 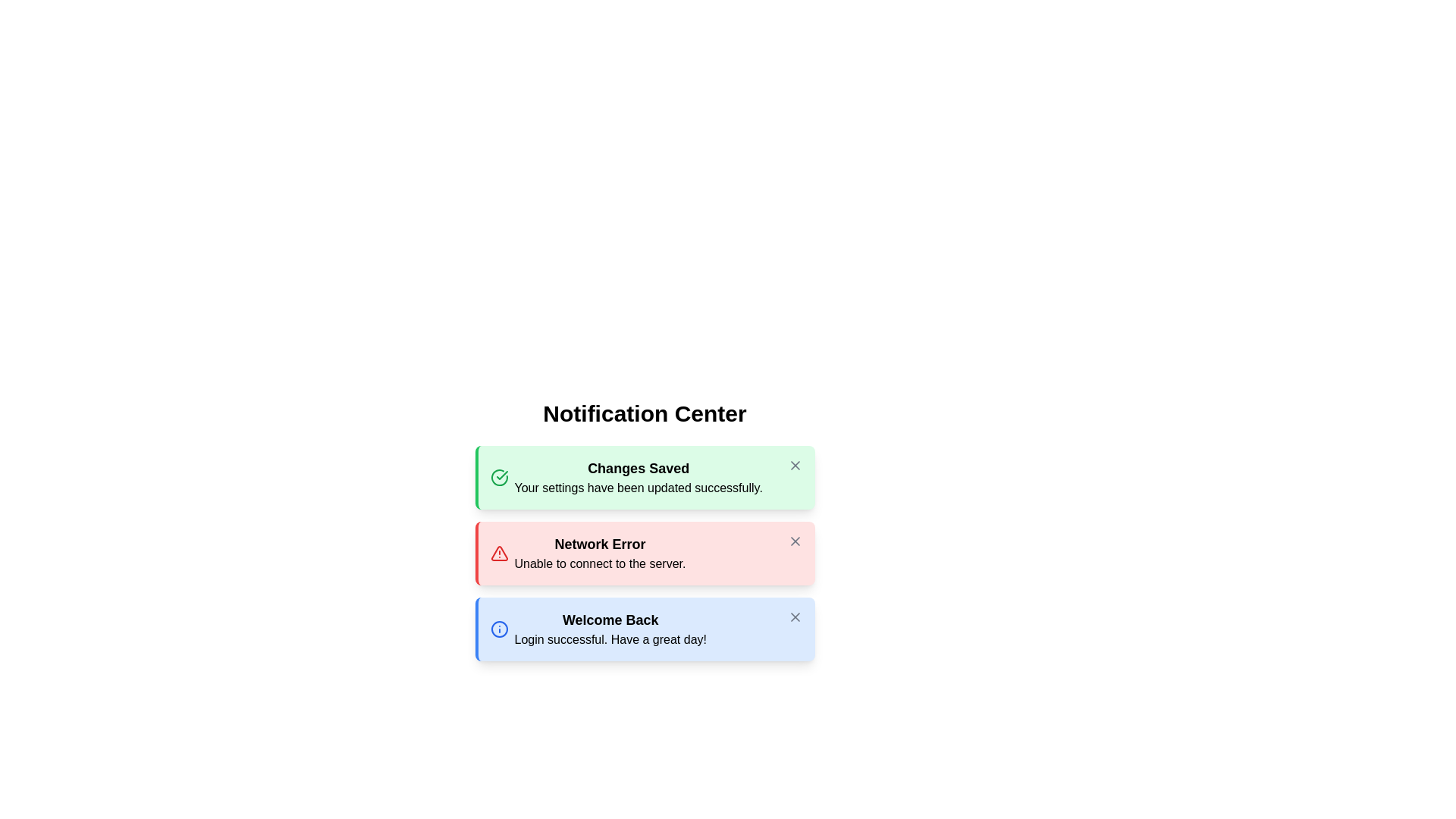 What do you see at coordinates (794, 464) in the screenshot?
I see `the close button located in the upper-right corner of the green notification card labeled 'Changes Saved'` at bounding box center [794, 464].